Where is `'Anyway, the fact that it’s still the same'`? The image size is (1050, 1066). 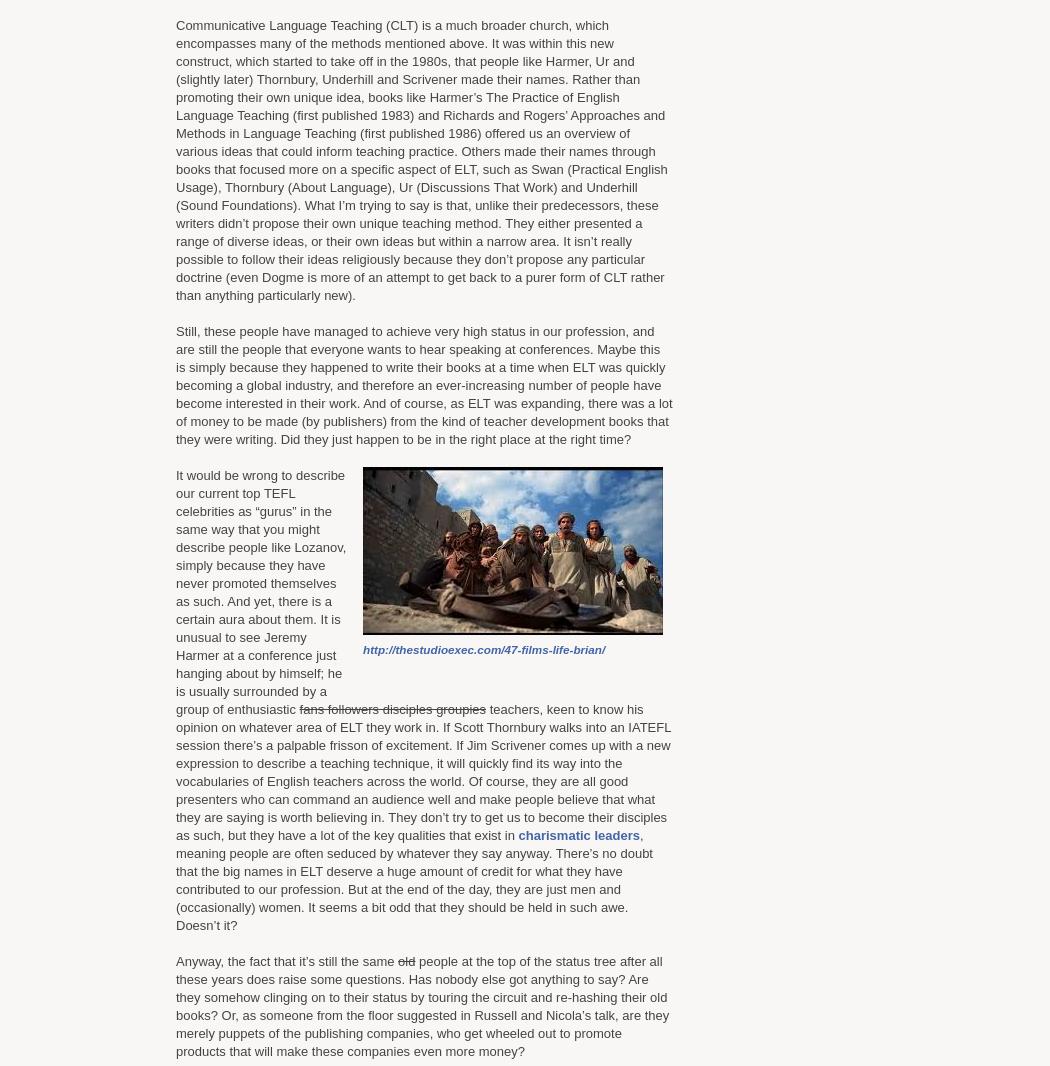
'Anyway, the fact that it’s still the same' is located at coordinates (285, 961).